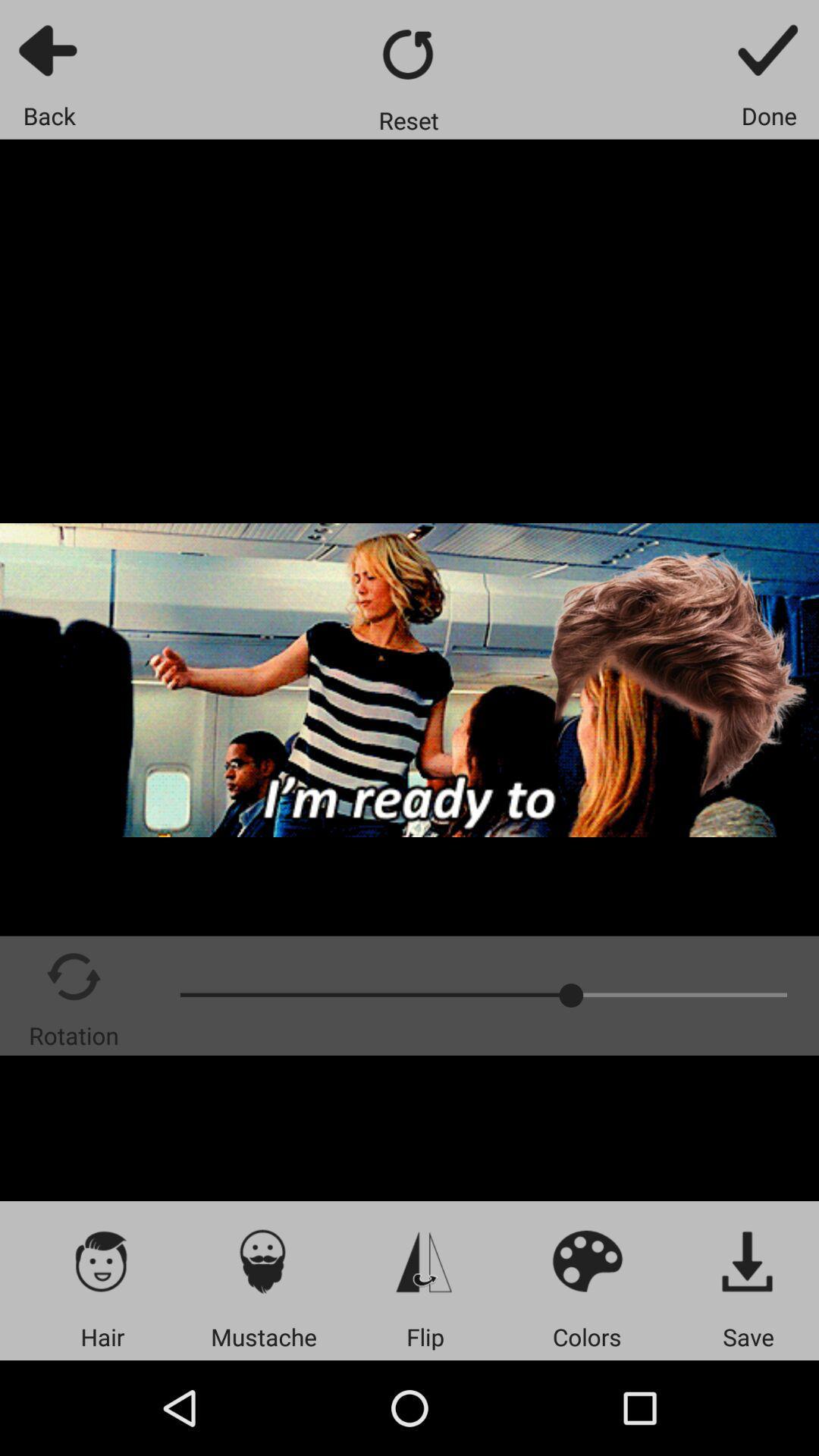 The width and height of the screenshot is (819, 1456). Describe the element at coordinates (102, 1260) in the screenshot. I see `the item above hair app` at that location.